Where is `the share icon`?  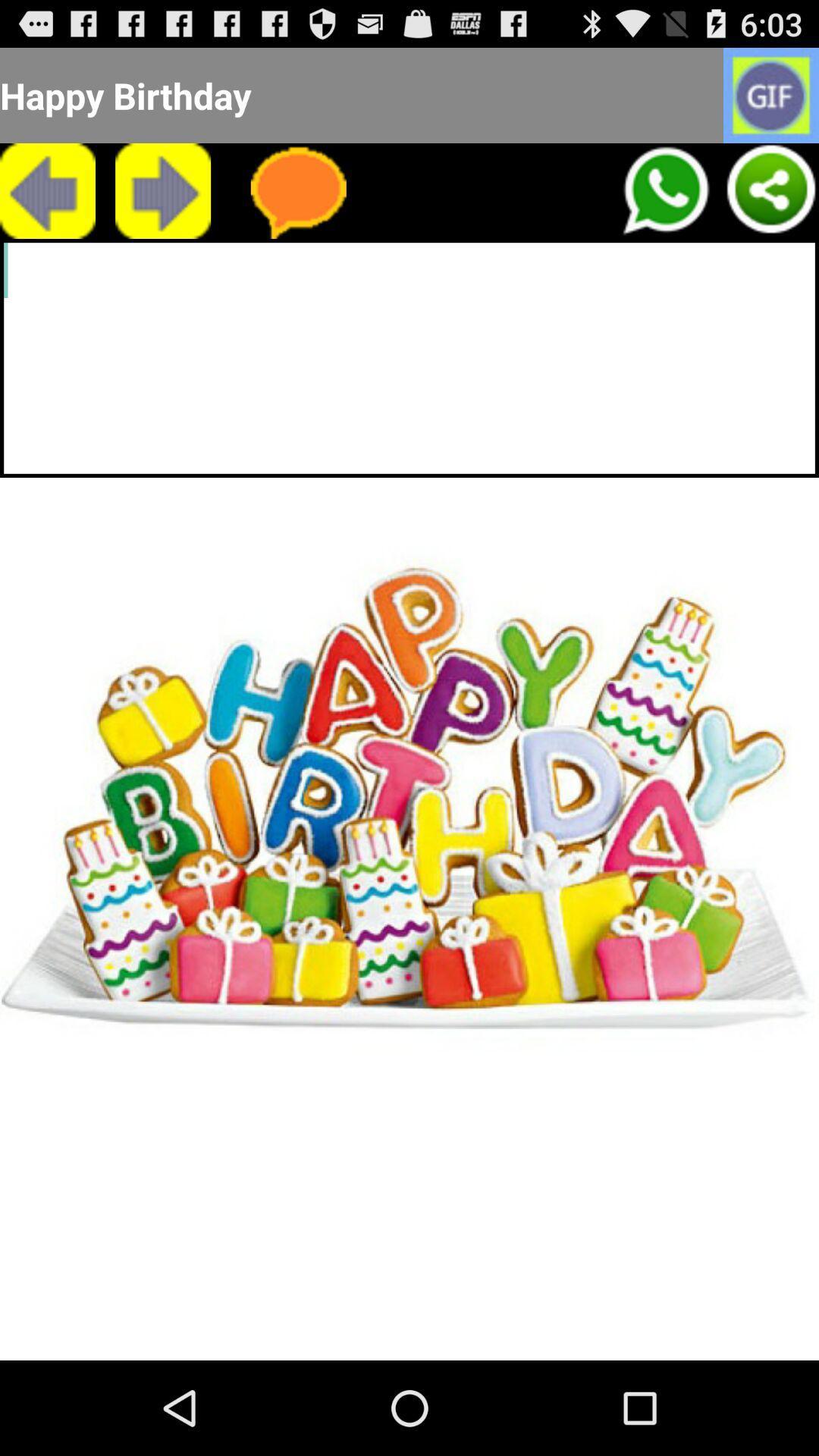 the share icon is located at coordinates (771, 203).